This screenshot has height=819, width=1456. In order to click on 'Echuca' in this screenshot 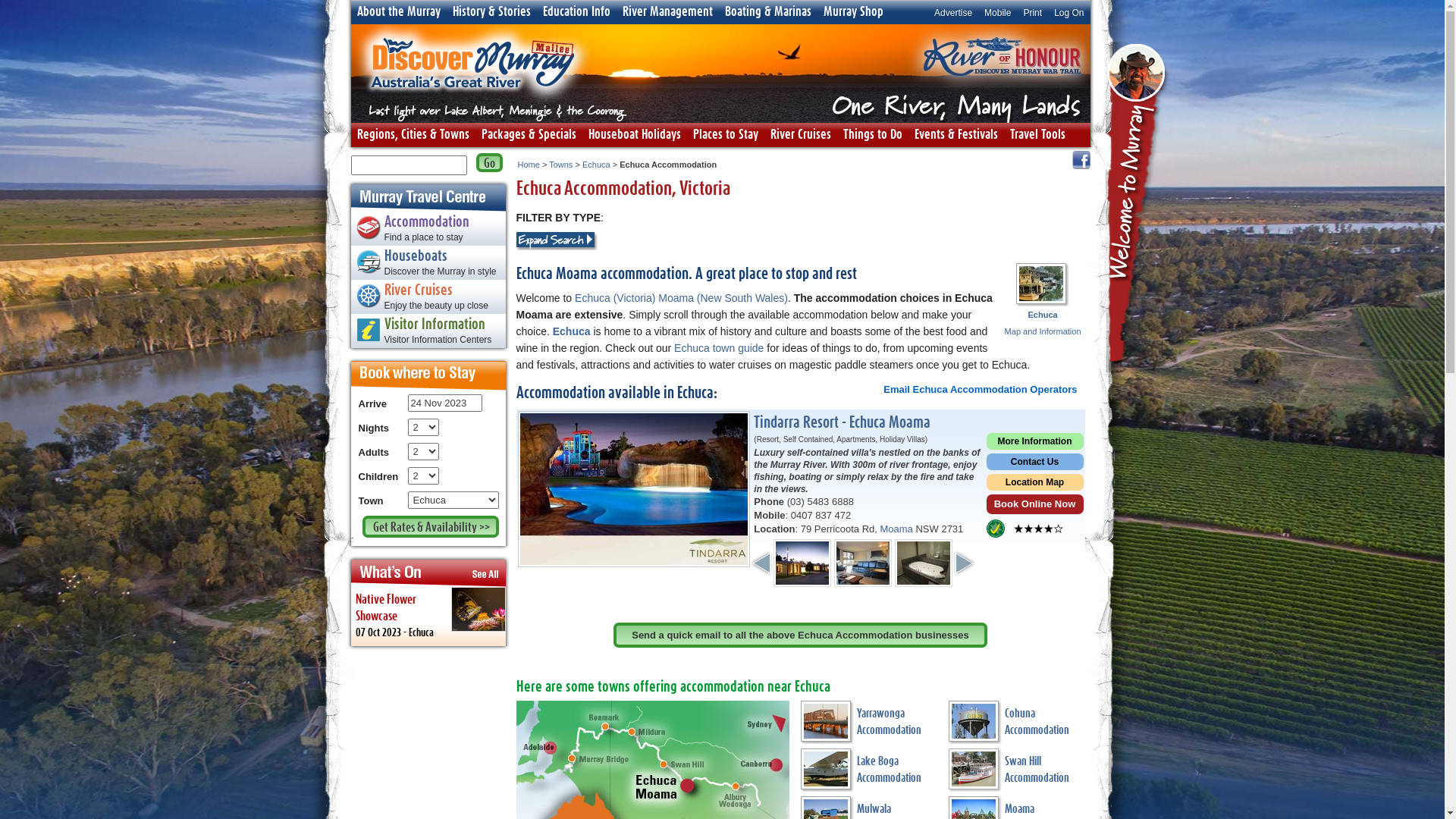, I will do `click(552, 330)`.